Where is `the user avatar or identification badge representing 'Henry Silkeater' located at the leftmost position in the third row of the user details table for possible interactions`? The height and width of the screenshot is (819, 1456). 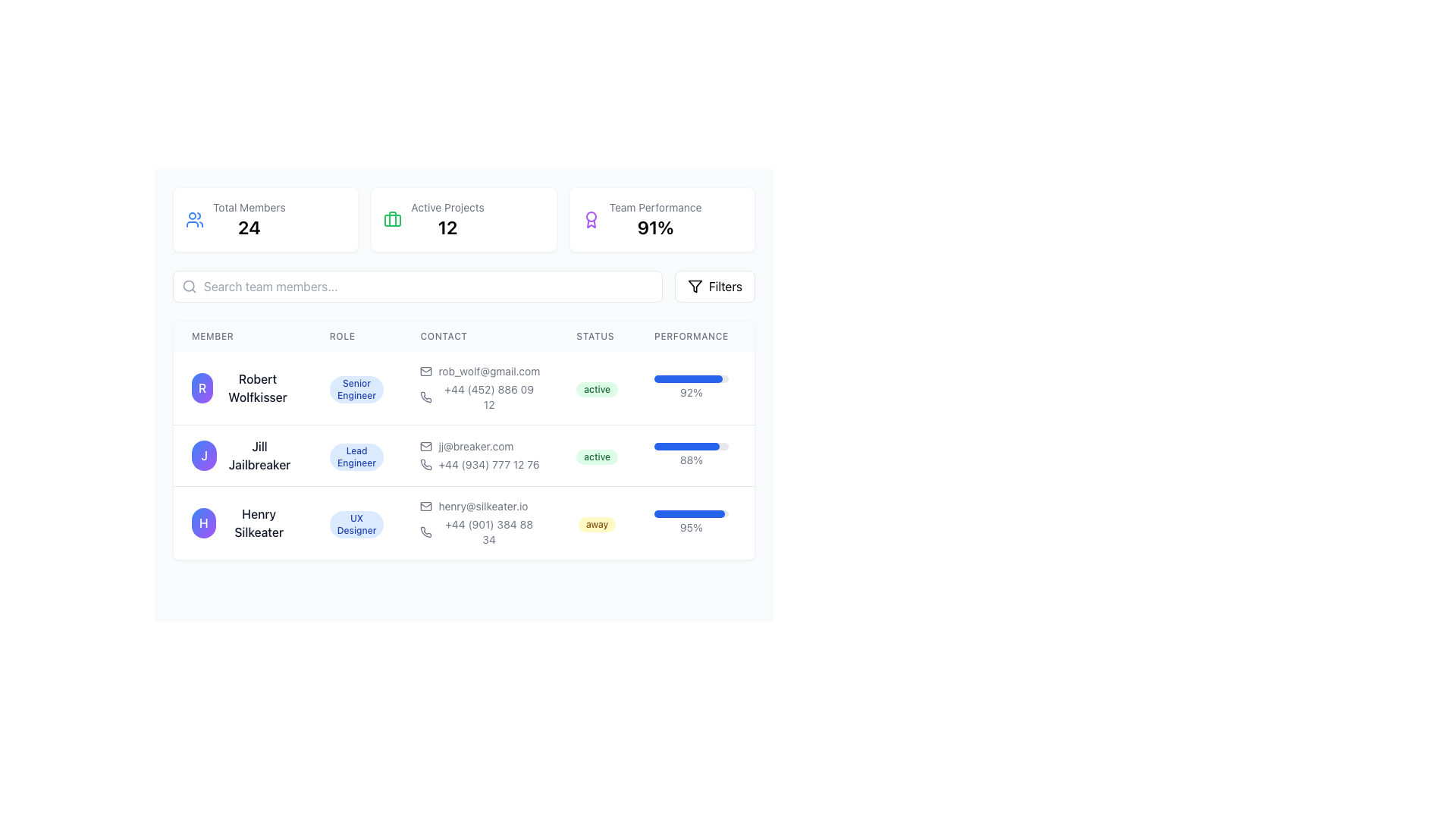 the user avatar or identification badge representing 'Henry Silkeater' located at the leftmost position in the third row of the user details table for possible interactions is located at coordinates (202, 522).